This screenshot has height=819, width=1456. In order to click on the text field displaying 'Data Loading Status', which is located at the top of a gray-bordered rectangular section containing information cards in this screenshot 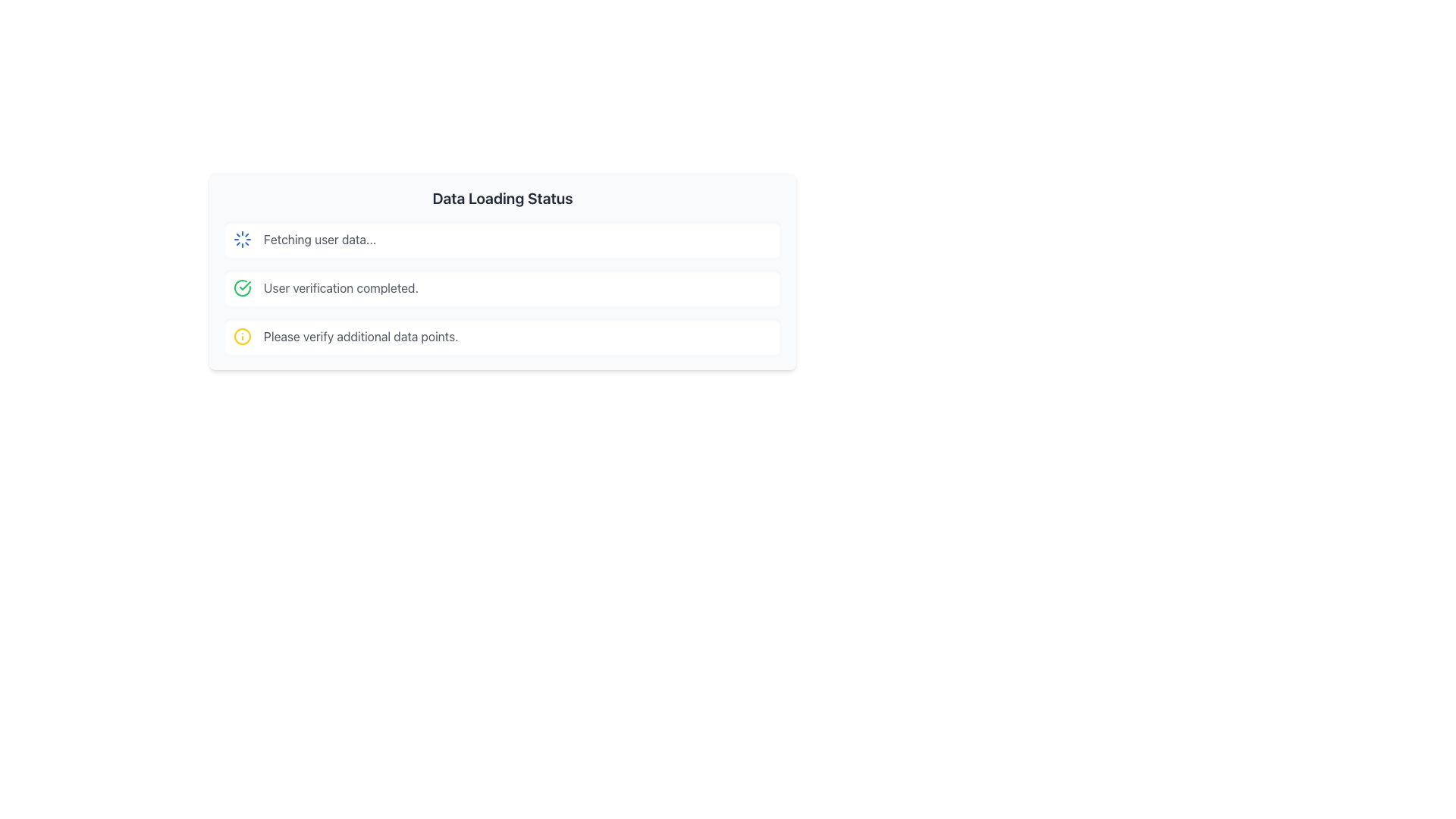, I will do `click(502, 198)`.